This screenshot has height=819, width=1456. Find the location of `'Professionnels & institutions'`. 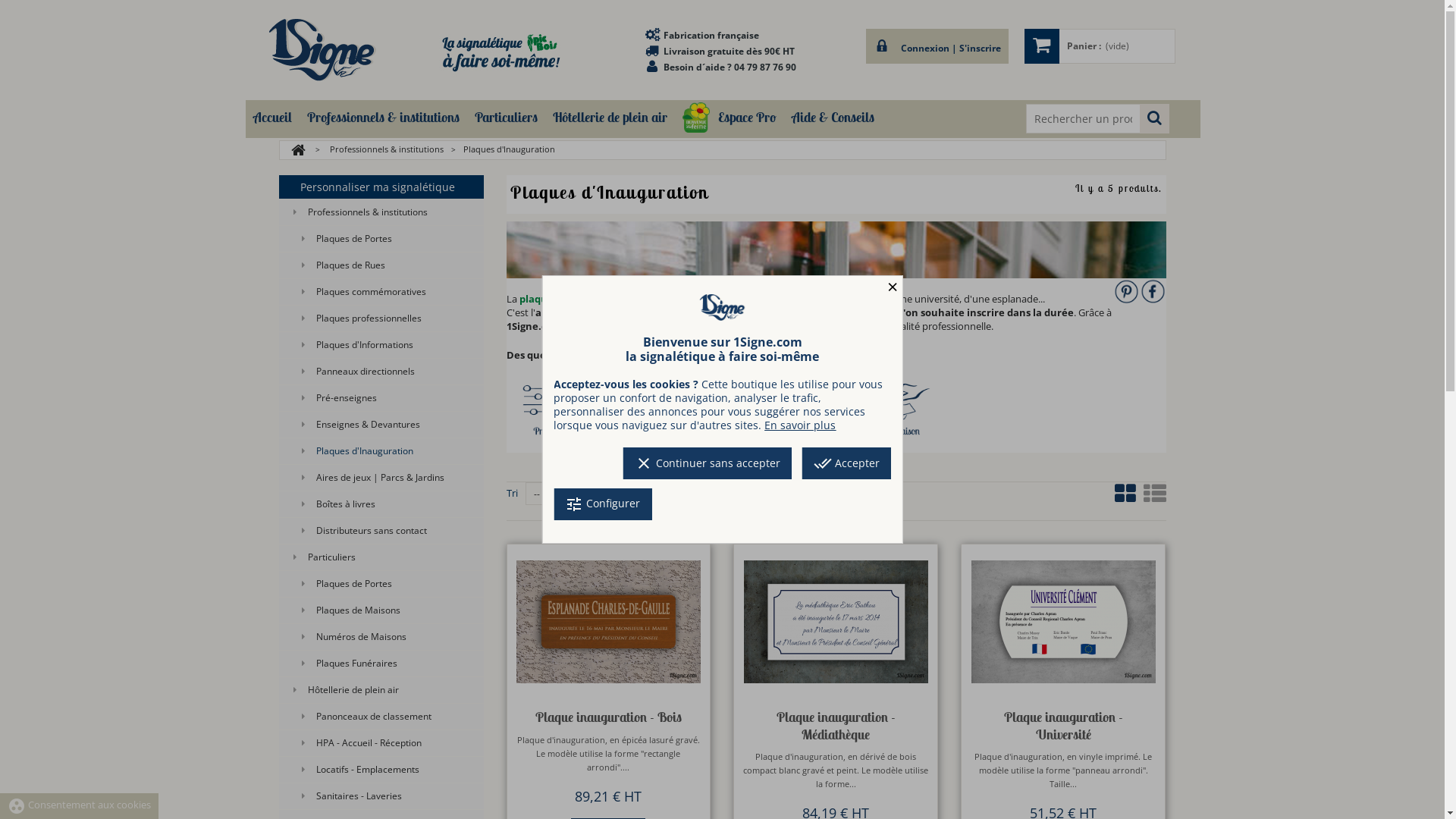

'Professionnels & institutions' is located at coordinates (385, 149).